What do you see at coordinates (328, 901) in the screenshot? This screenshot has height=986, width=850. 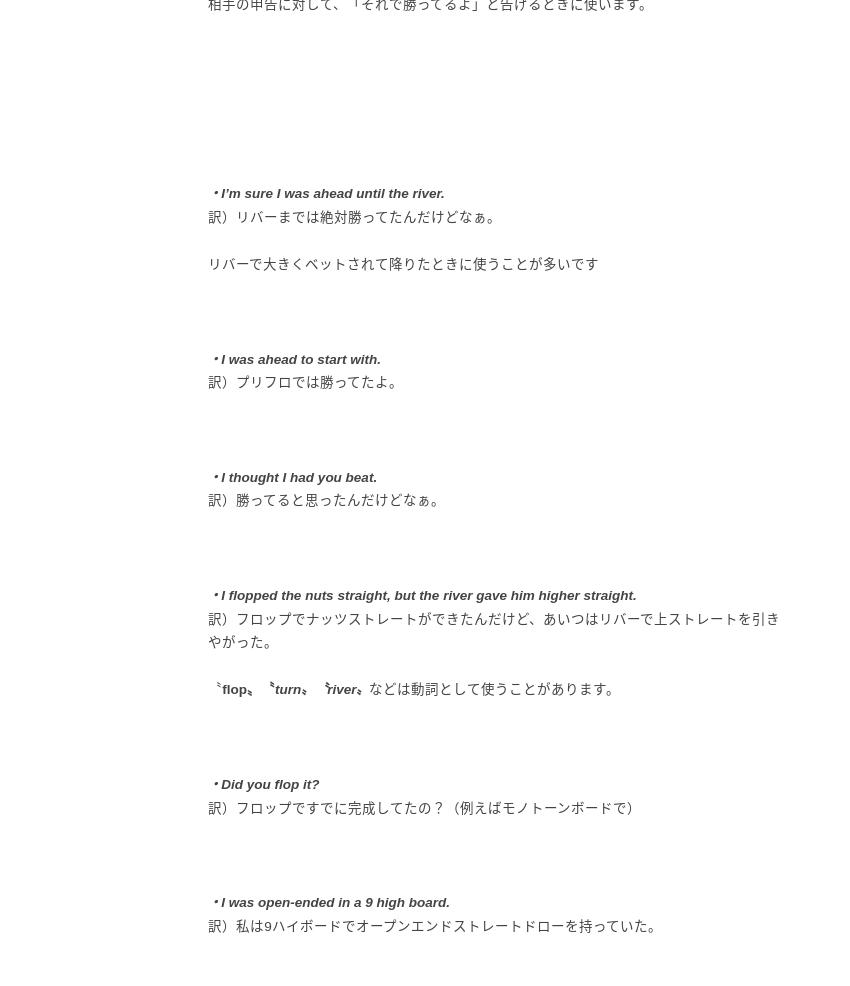 I see `'・I was open-ended in a 9 high board.'` at bounding box center [328, 901].